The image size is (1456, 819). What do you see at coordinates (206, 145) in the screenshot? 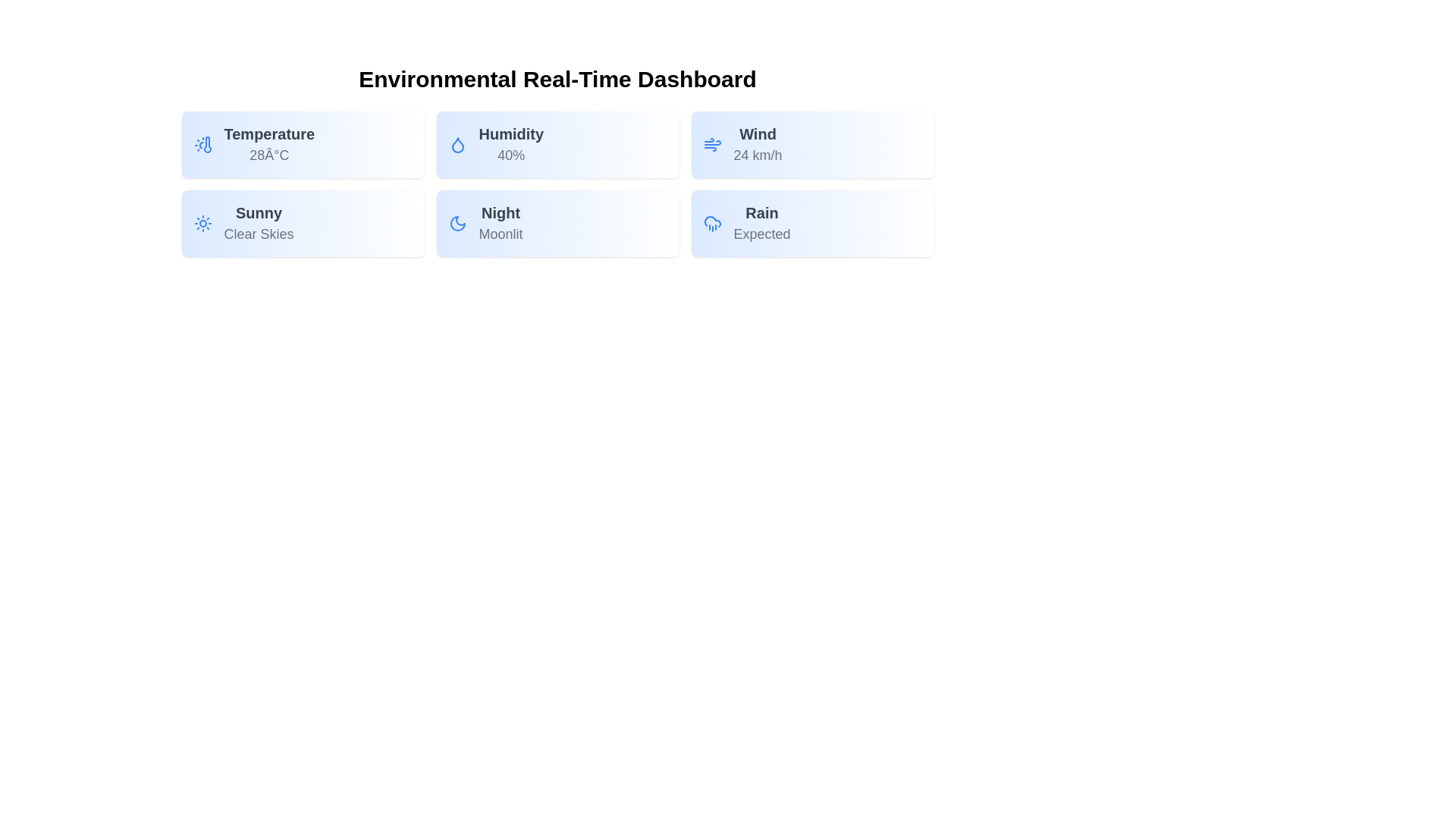
I see `the thermometer icon component located on the leftmost side of the top row of the dashboard, which represents temperature data` at bounding box center [206, 145].